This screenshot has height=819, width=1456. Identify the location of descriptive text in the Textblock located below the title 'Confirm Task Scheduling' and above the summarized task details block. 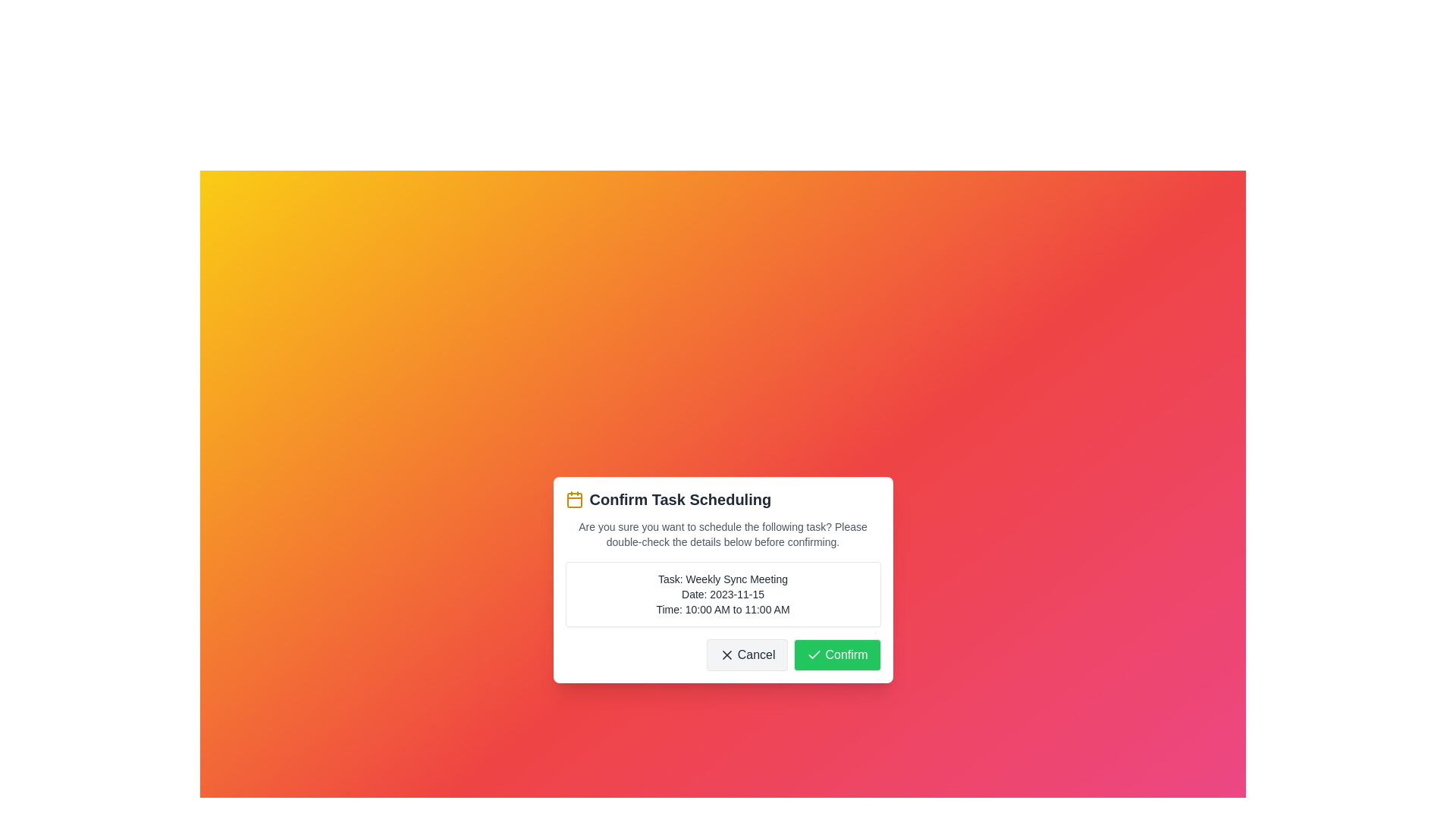
(722, 534).